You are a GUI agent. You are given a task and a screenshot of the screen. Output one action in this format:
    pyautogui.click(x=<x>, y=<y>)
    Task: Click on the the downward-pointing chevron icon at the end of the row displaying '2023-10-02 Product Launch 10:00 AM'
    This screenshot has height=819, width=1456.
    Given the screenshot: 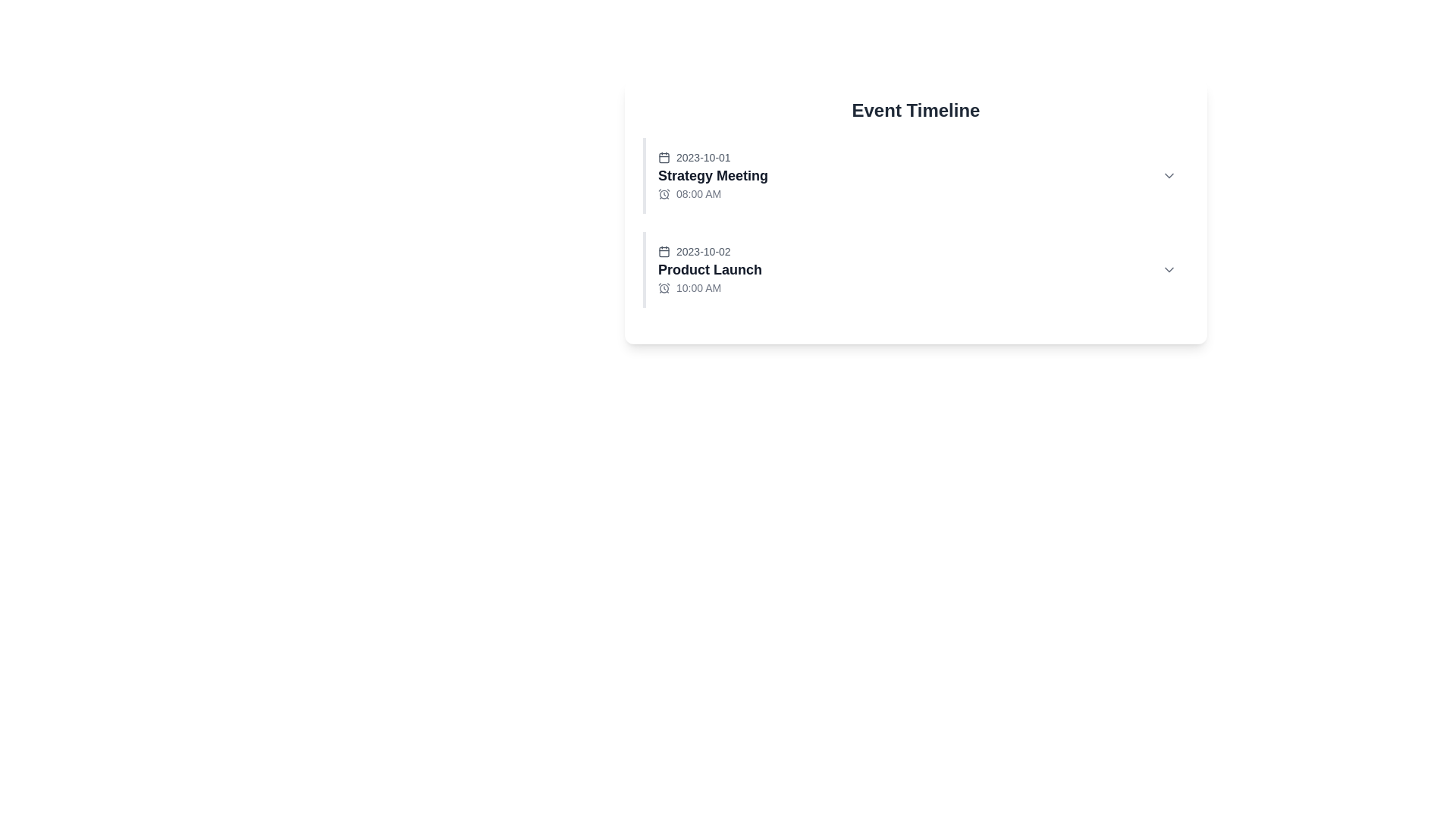 What is the action you would take?
    pyautogui.click(x=1168, y=268)
    